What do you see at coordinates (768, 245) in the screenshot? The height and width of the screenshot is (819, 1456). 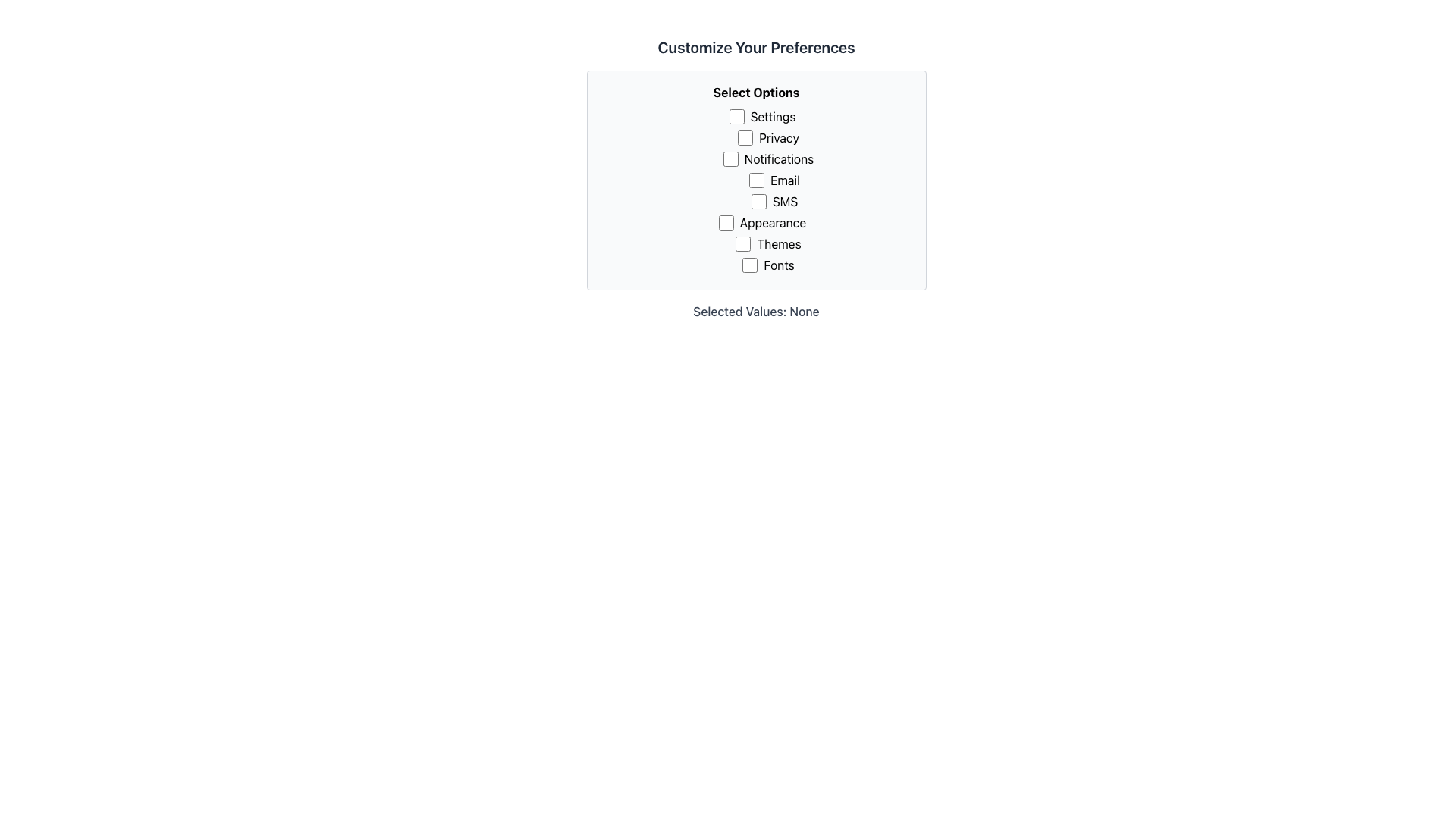 I see `text label for the selectable feature related to 'Themes' located in the middle right section of the interface, positioned below 'Appearance' and above 'Fonts'` at bounding box center [768, 245].